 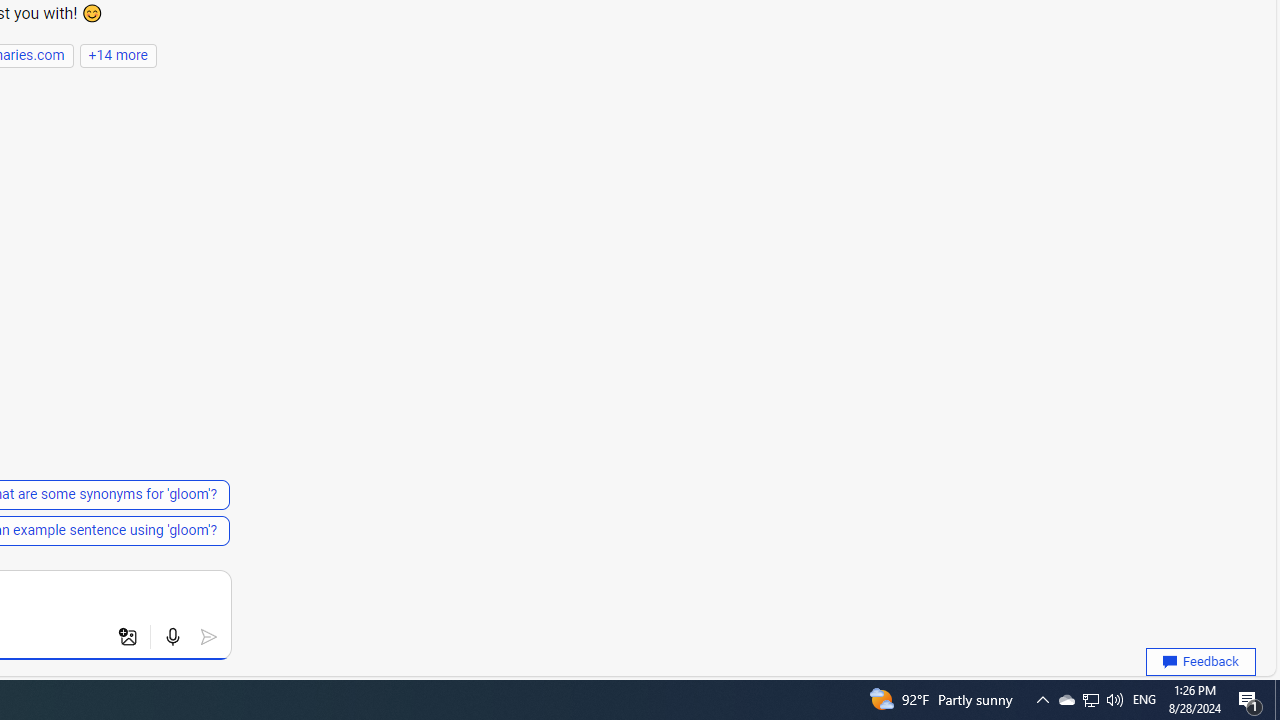 What do you see at coordinates (117, 54) in the screenshot?
I see `'+14 more'` at bounding box center [117, 54].